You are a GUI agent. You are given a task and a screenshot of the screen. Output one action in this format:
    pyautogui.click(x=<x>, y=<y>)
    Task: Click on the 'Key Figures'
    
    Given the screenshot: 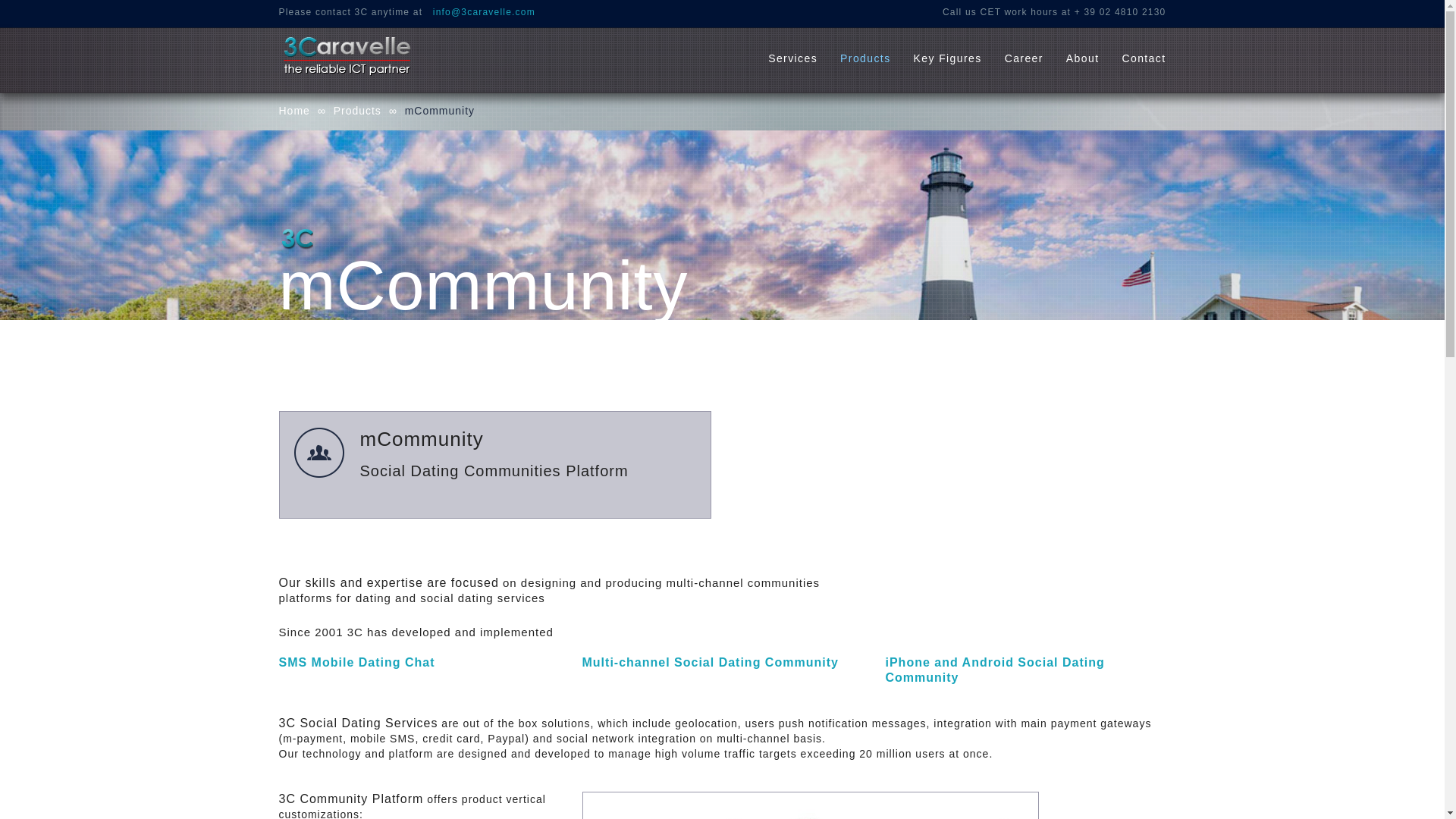 What is the action you would take?
    pyautogui.click(x=946, y=57)
    